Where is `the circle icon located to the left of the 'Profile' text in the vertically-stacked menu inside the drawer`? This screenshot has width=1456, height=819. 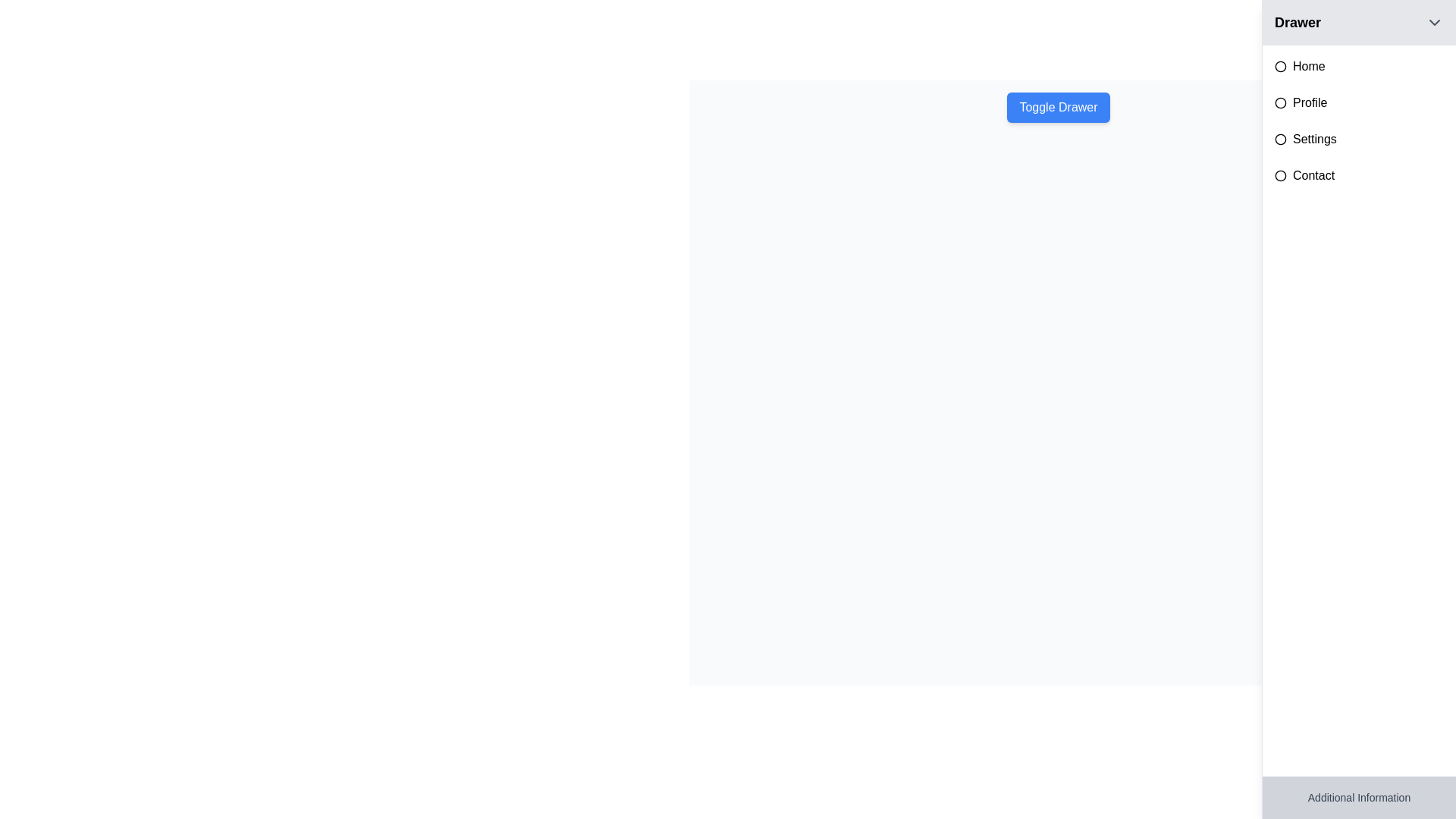 the circle icon located to the left of the 'Profile' text in the vertically-stacked menu inside the drawer is located at coordinates (1280, 102).